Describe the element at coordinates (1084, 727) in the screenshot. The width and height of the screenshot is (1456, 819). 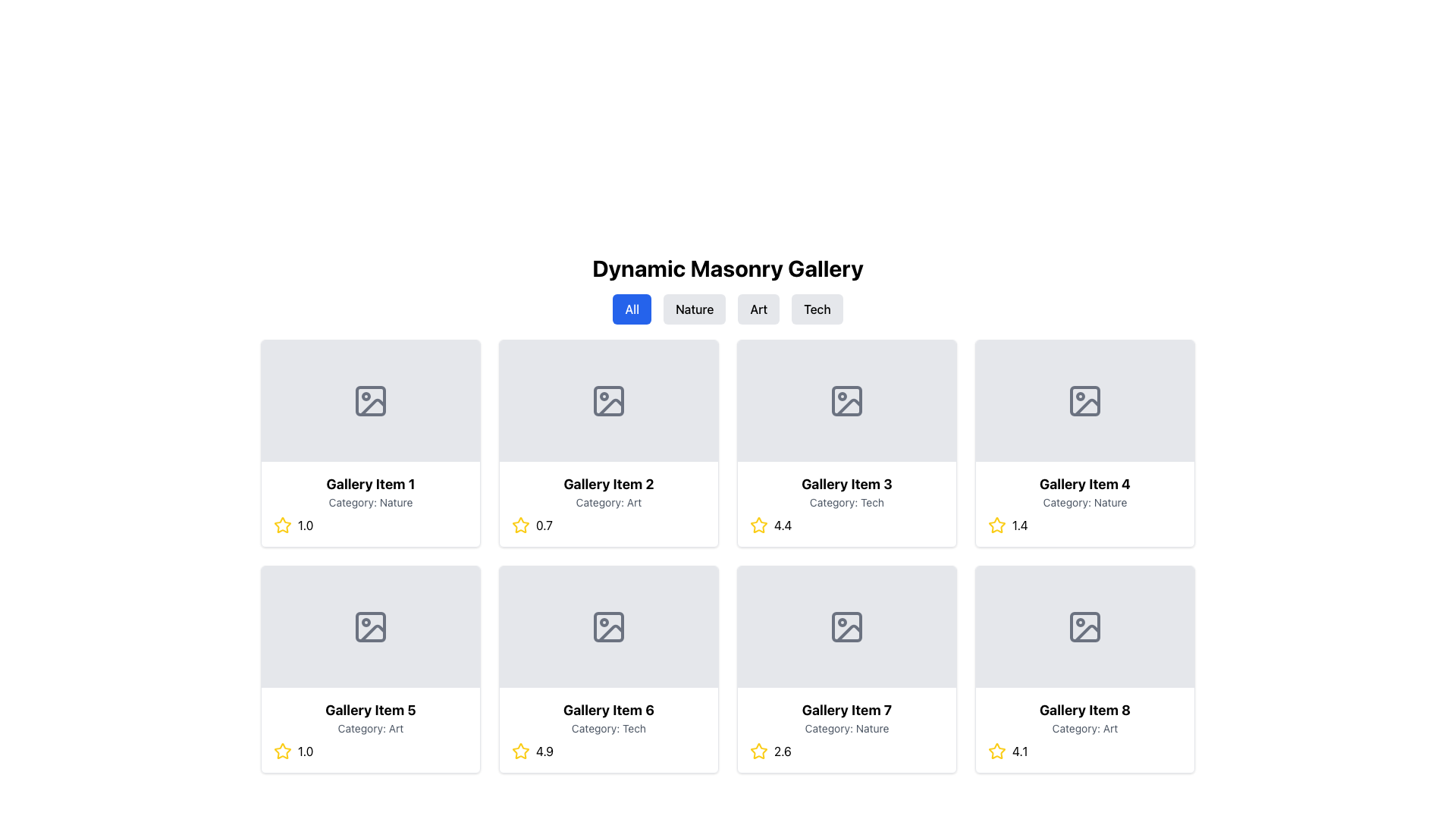
I see `the text label that reads 'Category: Art', which is styled in a small font size and gray color, located directly below the heading 'Gallery Item 8' in the details section of the 'Gallery Item 8' card` at that location.